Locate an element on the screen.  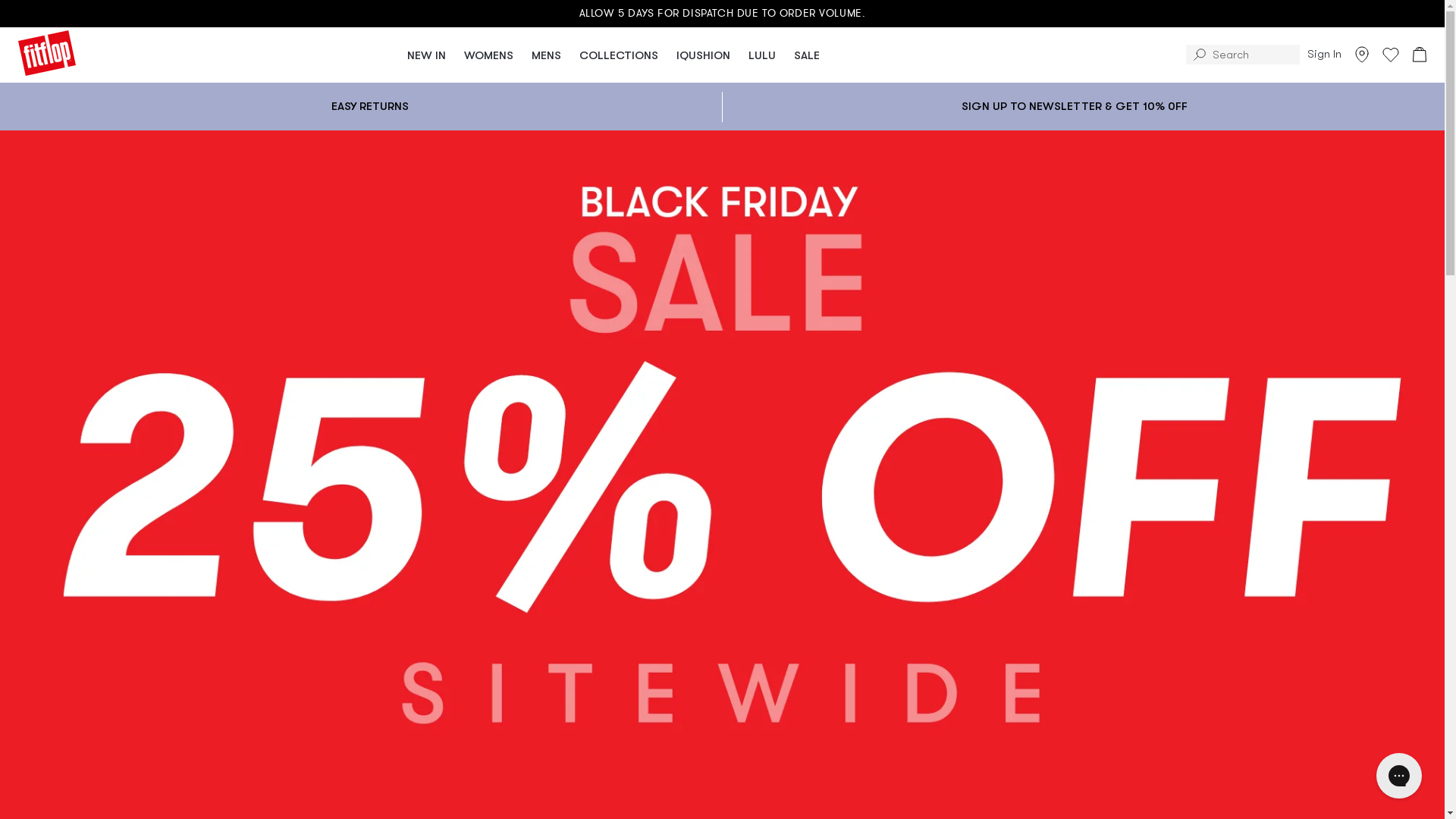
'Gorgias live chat messenger' is located at coordinates (1398, 775).